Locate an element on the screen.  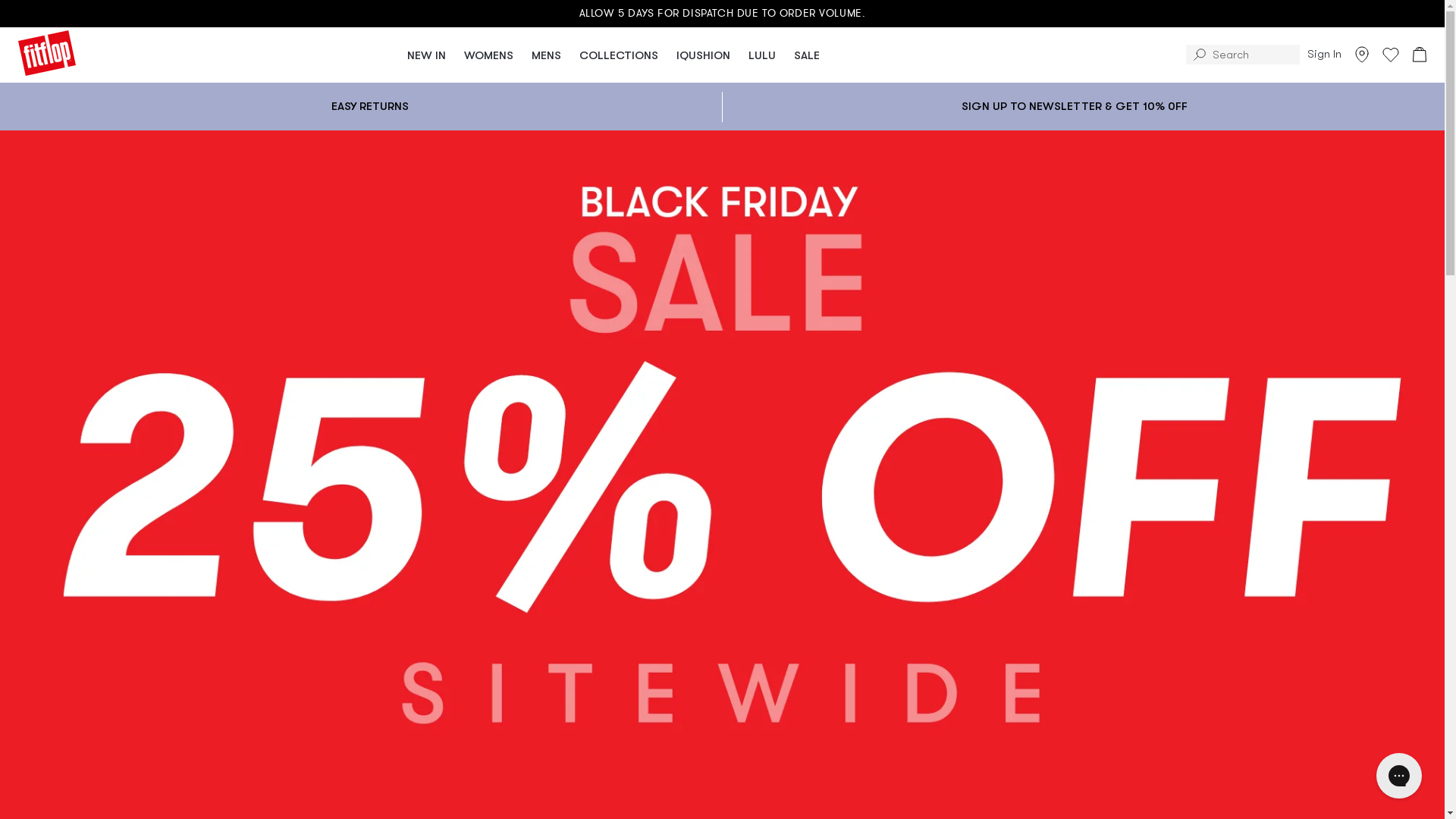
'Gorgias live chat messenger' is located at coordinates (1398, 775).